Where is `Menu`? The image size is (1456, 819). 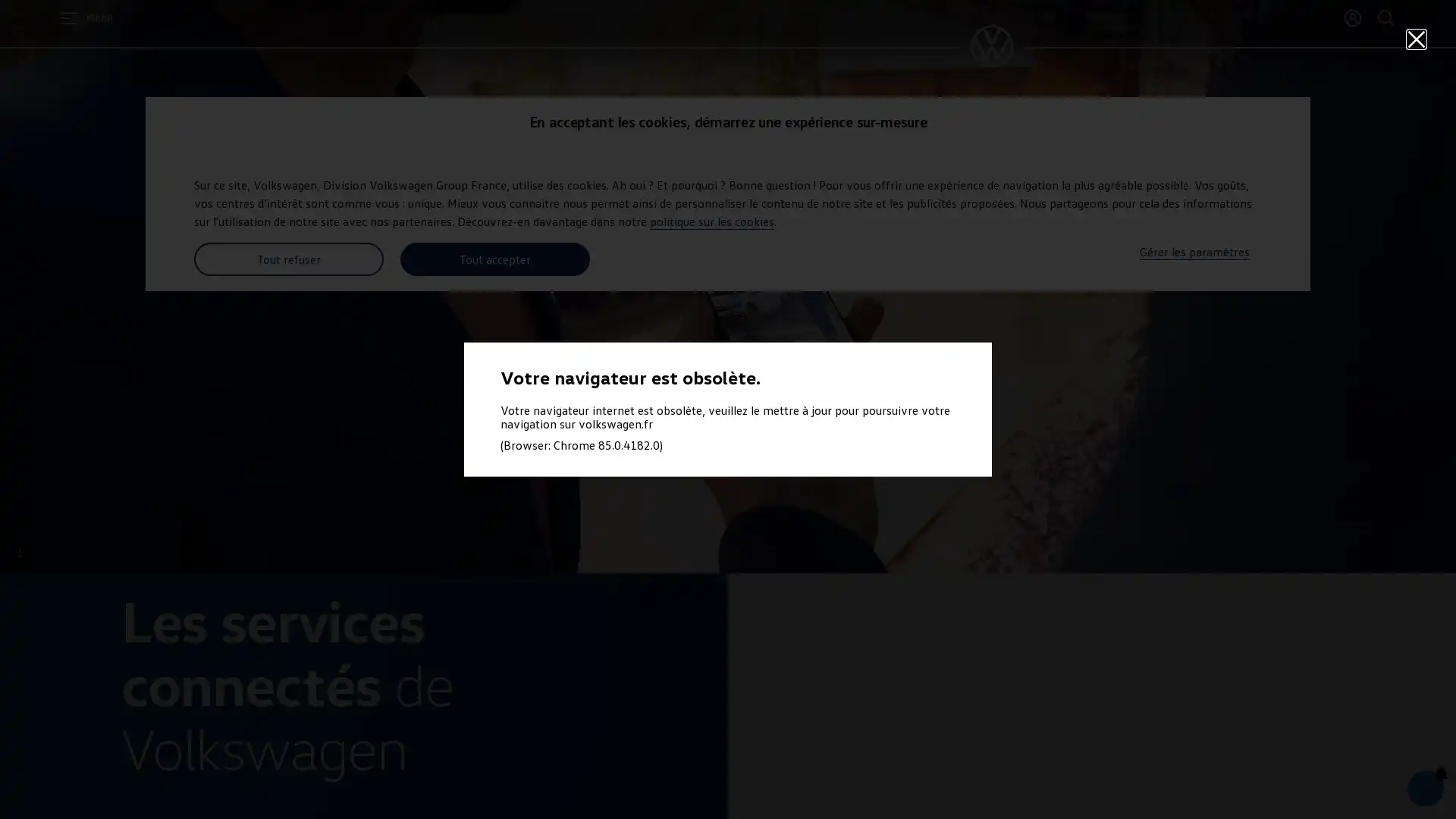
Menu is located at coordinates (86, 17).